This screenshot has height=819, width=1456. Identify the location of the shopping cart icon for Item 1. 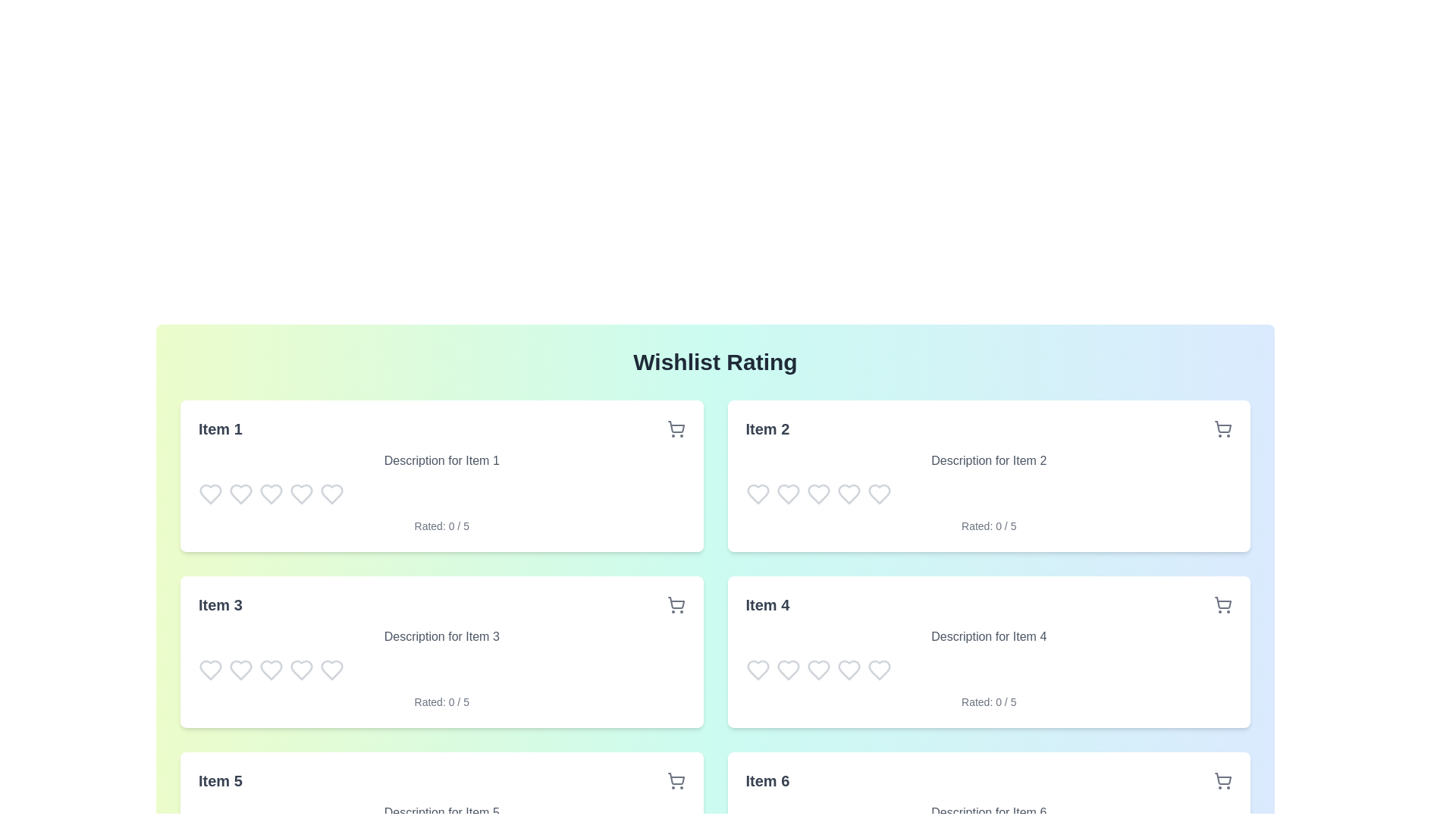
(675, 429).